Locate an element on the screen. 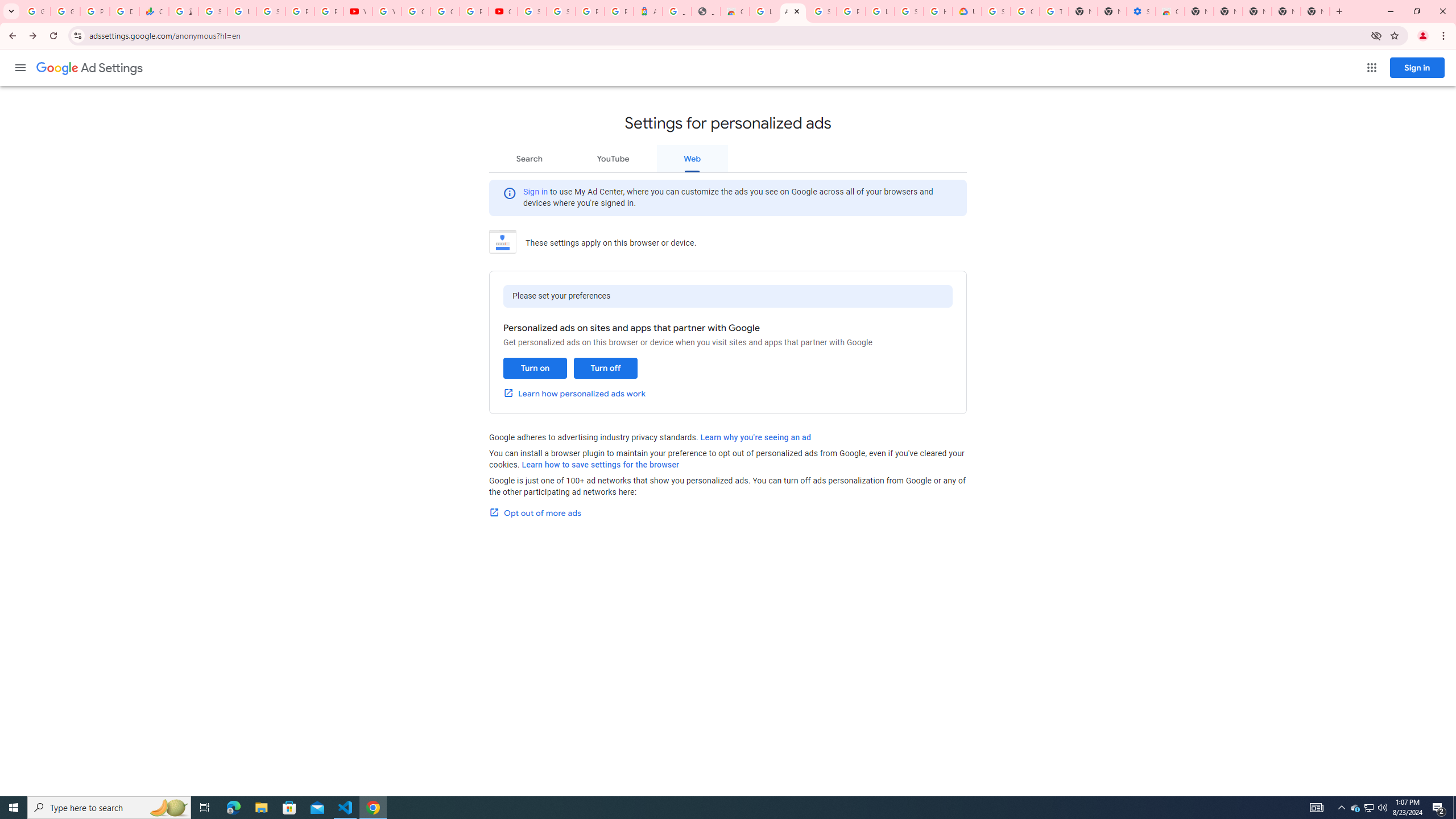 This screenshot has height=819, width=1456. 'New Tab' is located at coordinates (1314, 11).